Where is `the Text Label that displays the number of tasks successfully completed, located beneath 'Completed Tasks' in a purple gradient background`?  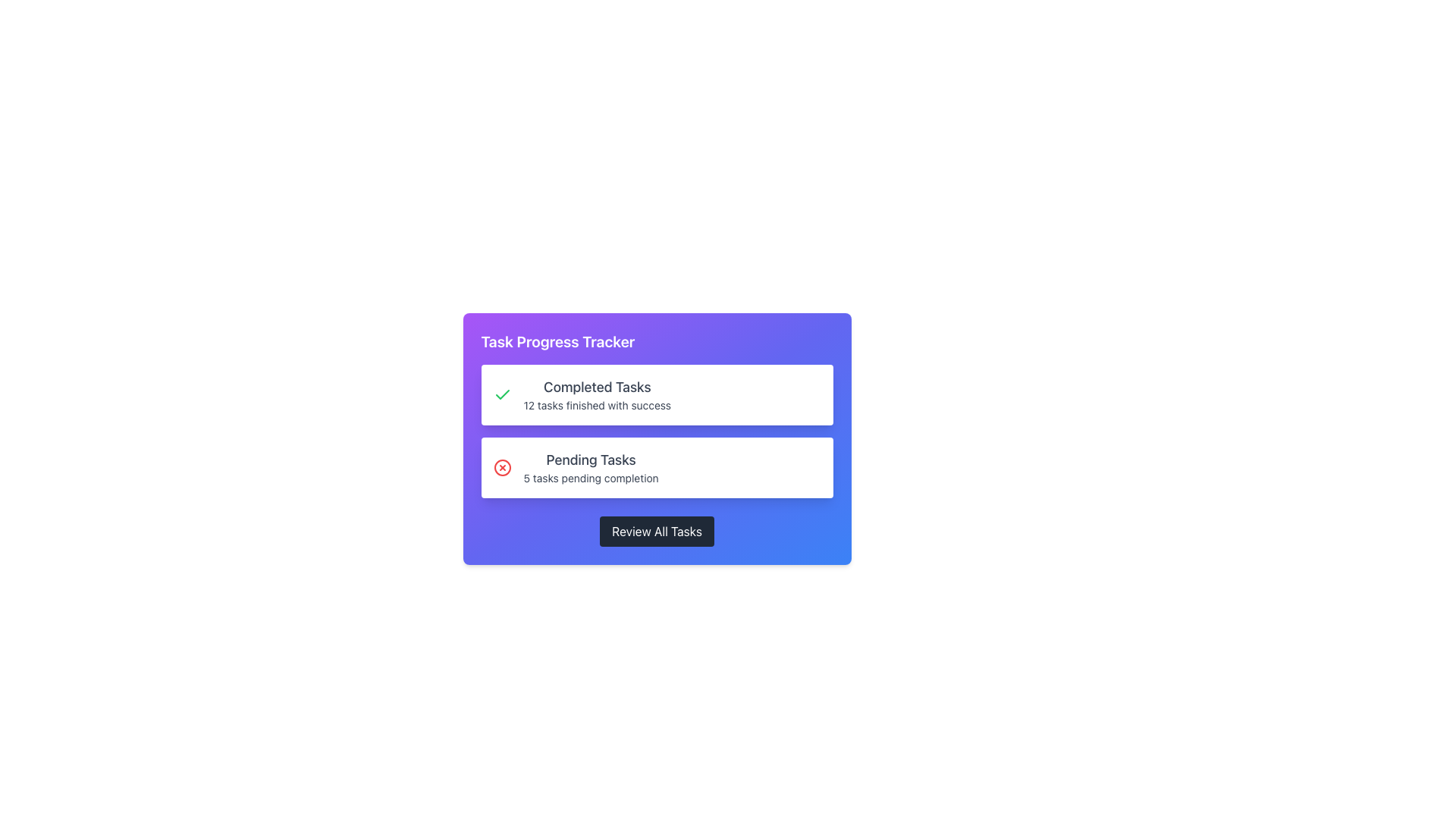 the Text Label that displays the number of tasks successfully completed, located beneath 'Completed Tasks' in a purple gradient background is located at coordinates (596, 405).